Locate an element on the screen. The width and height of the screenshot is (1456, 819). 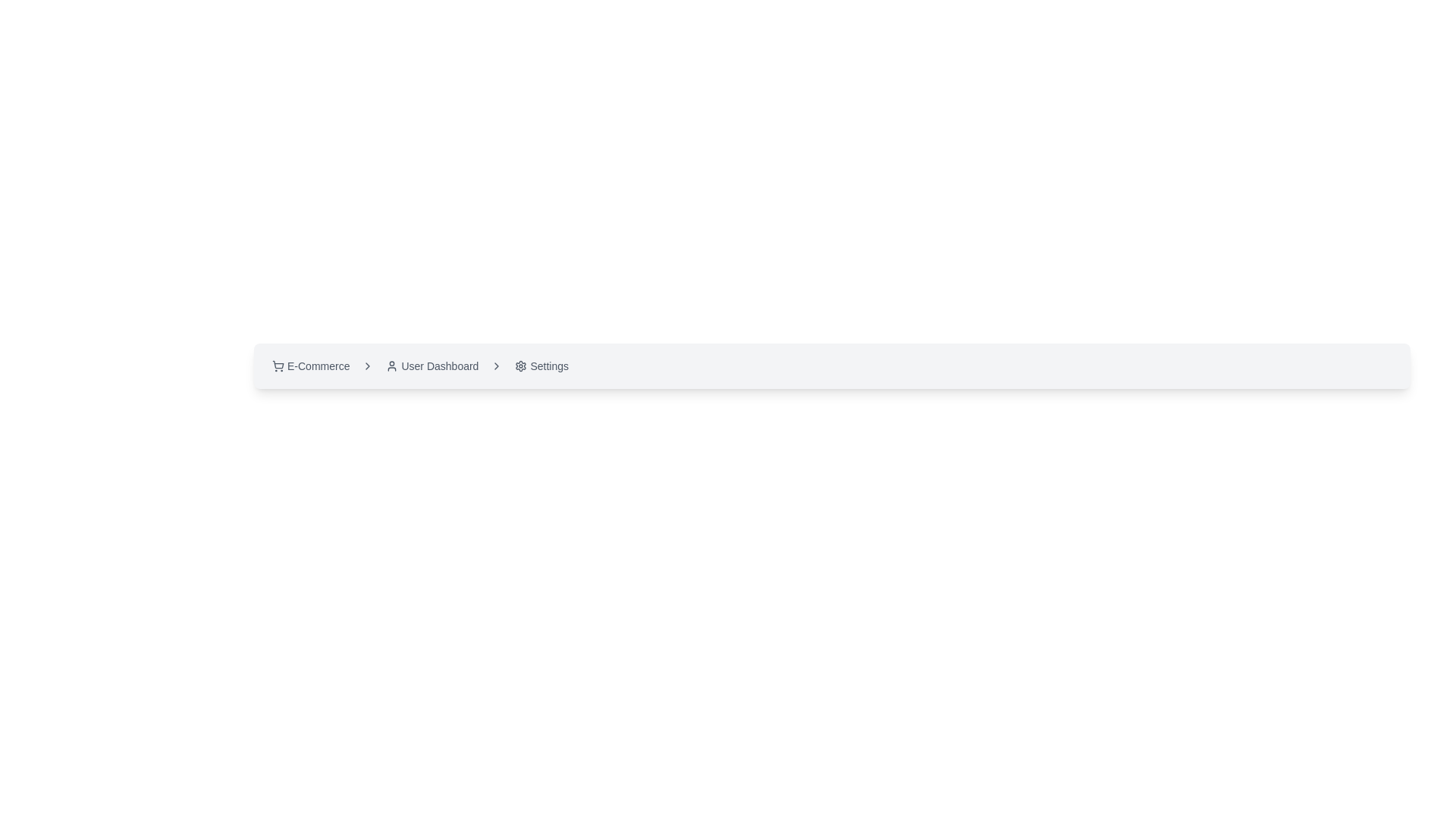
the shopping cart icon located at the beginning of the 'E-Commerce' breadcrumb link, which features an outline appearance and is positioned next to the text 'E-Commerce' is located at coordinates (278, 366).